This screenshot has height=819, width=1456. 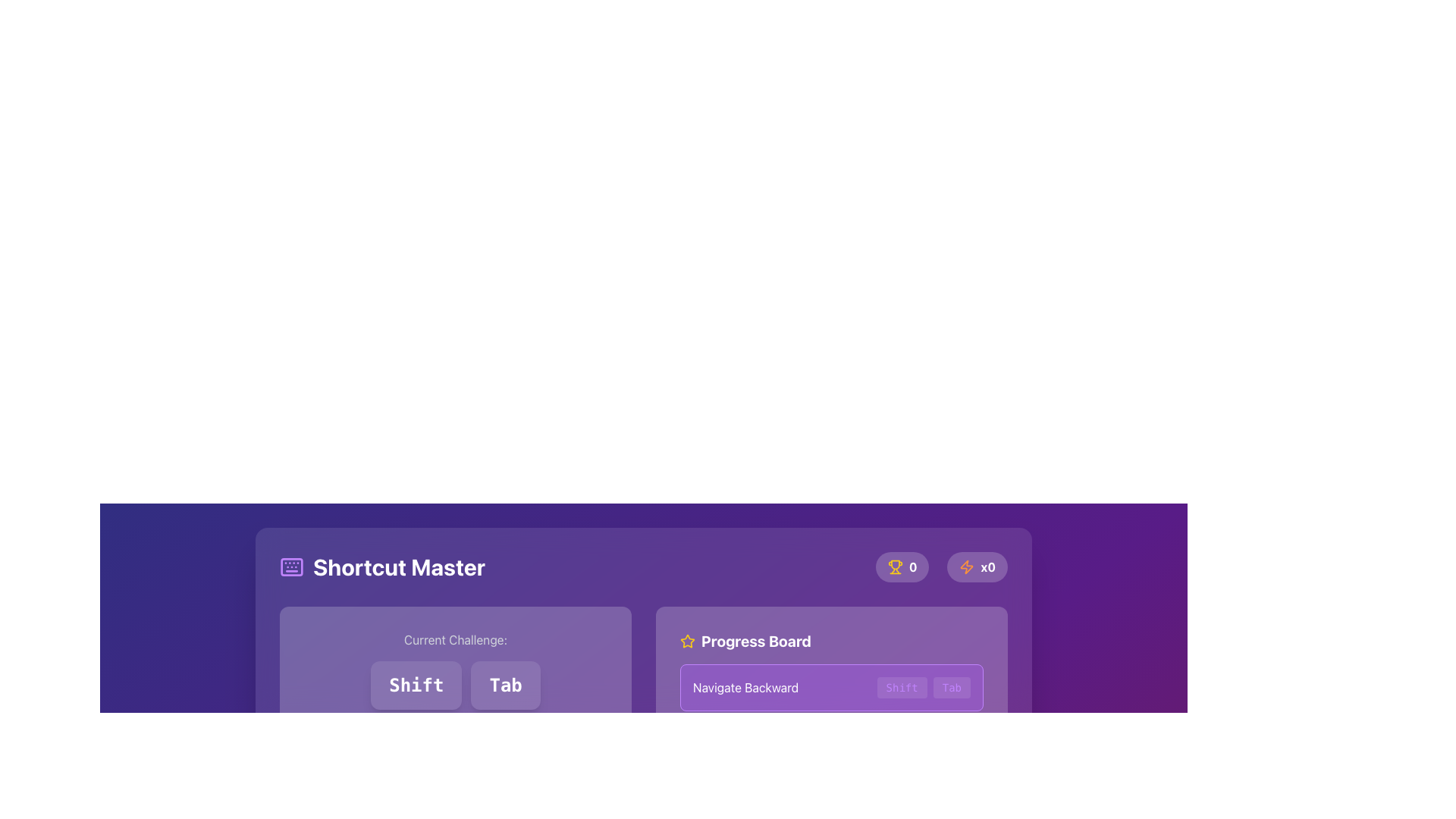 I want to click on the Statistical display element featuring a yellow trophy icon and the numeric value '0', located at the top-right corner of the interface, so click(x=902, y=567).